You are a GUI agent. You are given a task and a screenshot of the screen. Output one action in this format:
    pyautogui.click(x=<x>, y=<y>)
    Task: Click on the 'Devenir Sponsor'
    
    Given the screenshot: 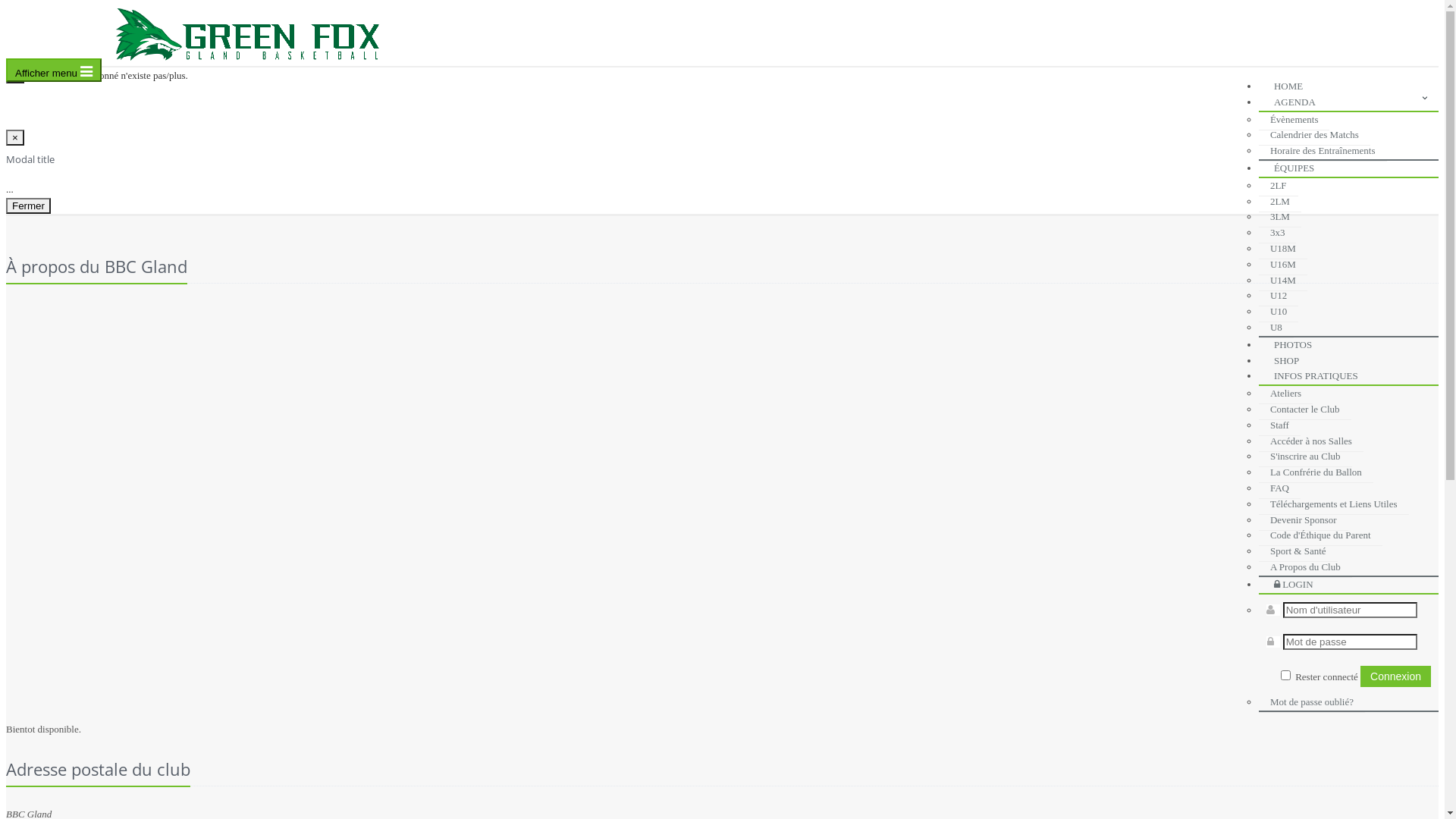 What is the action you would take?
    pyautogui.click(x=1259, y=519)
    